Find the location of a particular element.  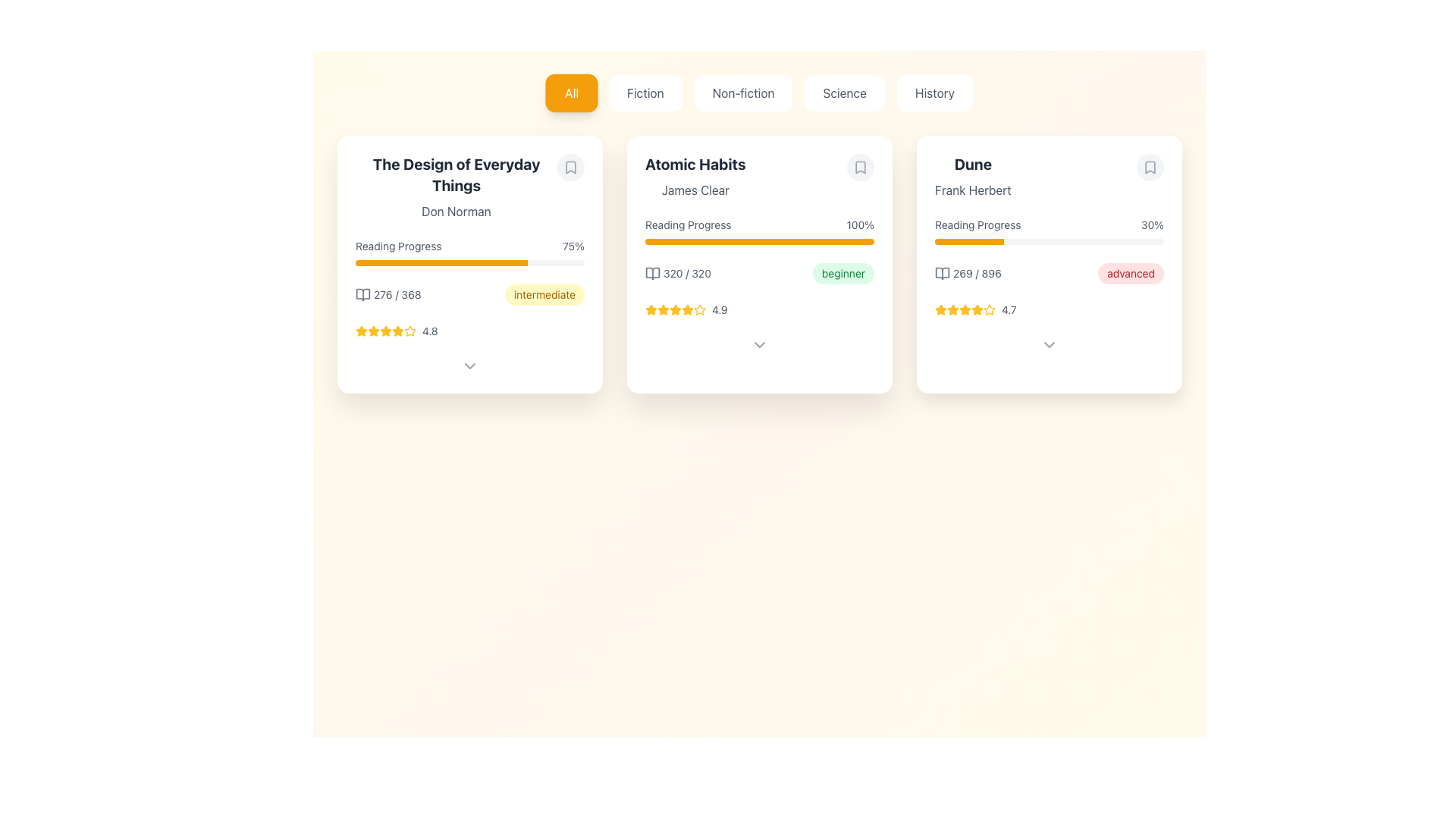

the reading progress is located at coordinates (989, 241).